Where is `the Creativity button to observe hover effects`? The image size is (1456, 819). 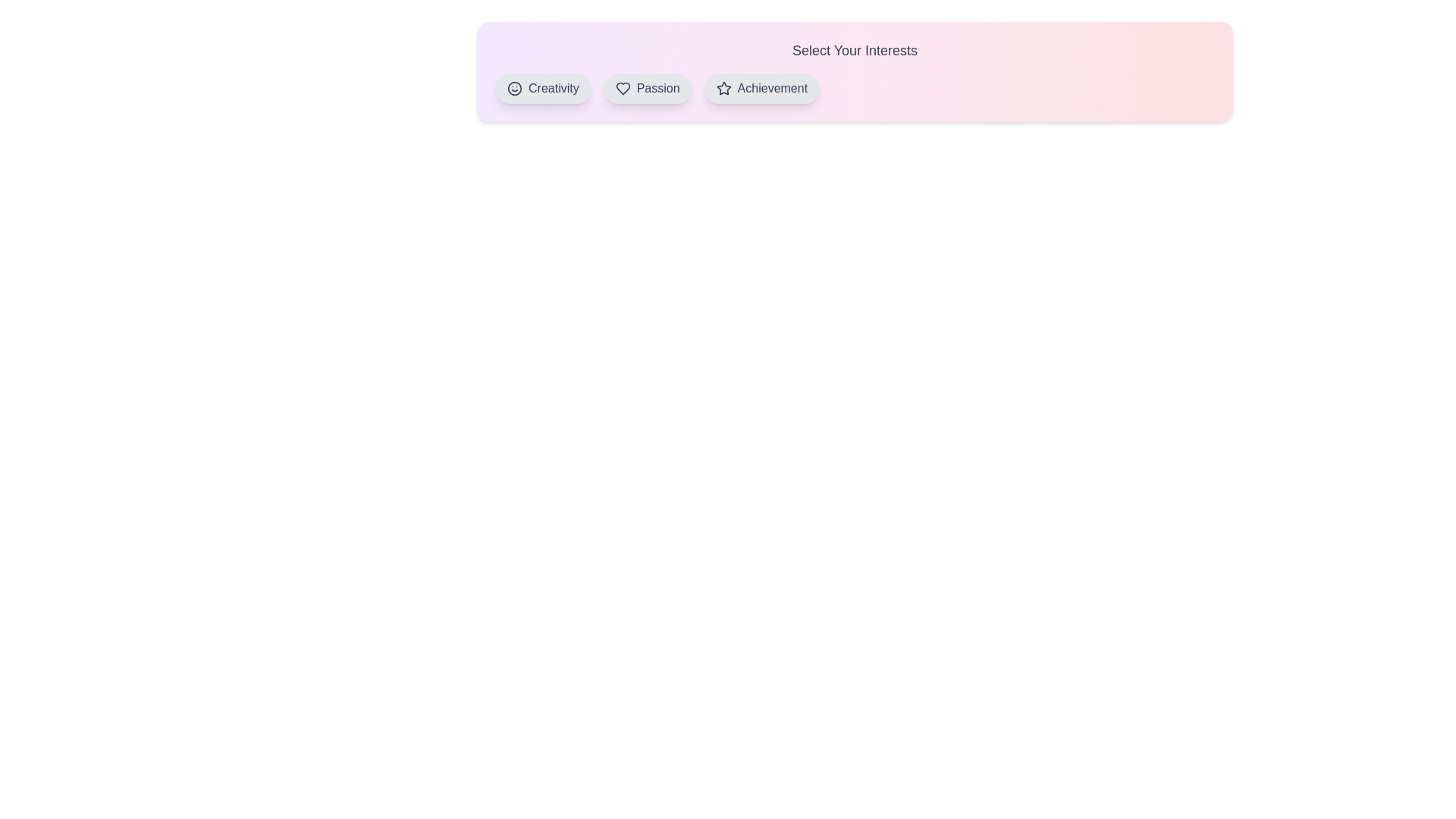
the Creativity button to observe hover effects is located at coordinates (543, 88).